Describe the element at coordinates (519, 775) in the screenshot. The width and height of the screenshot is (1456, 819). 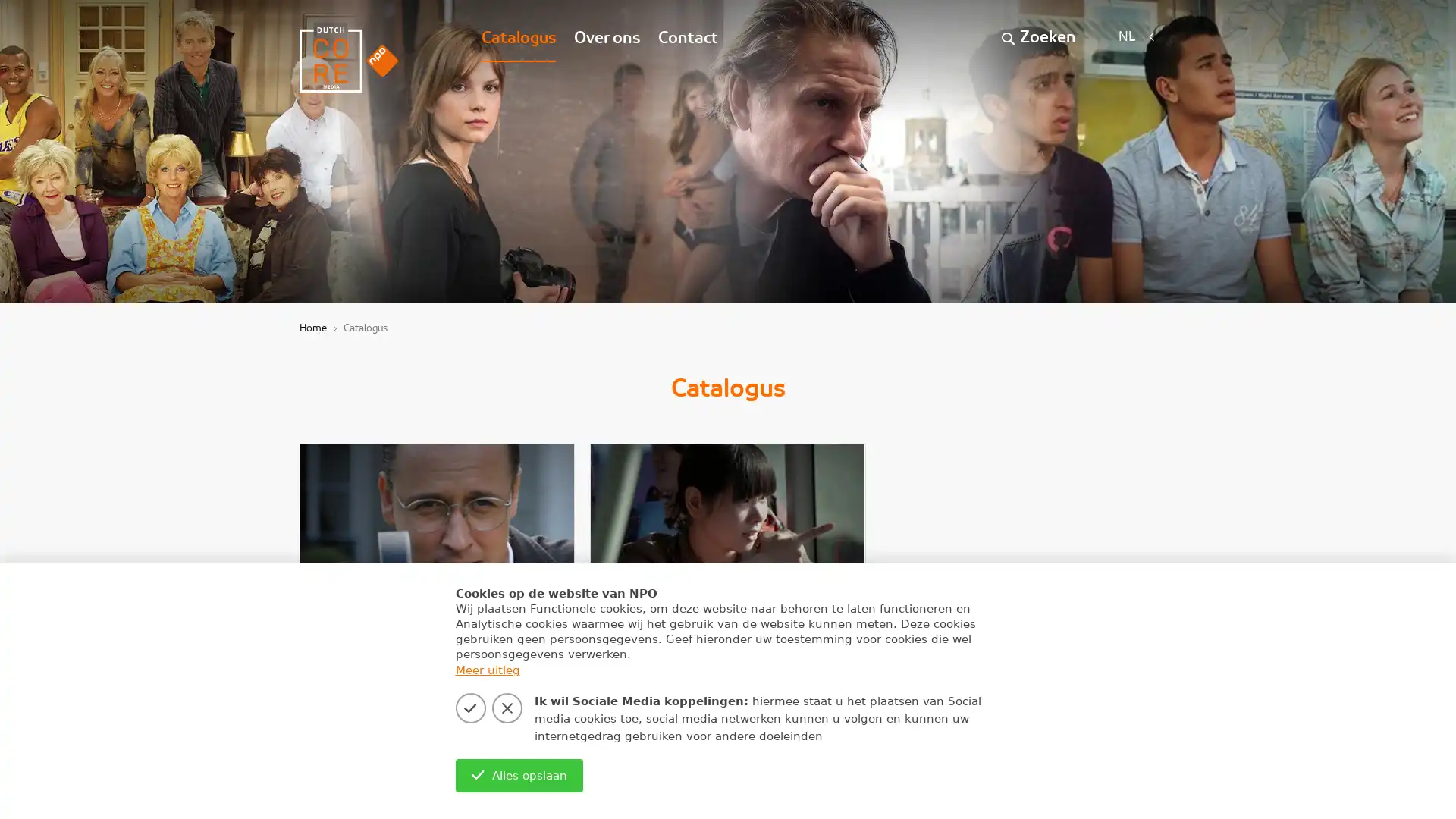
I see `Alles opslaan` at that location.